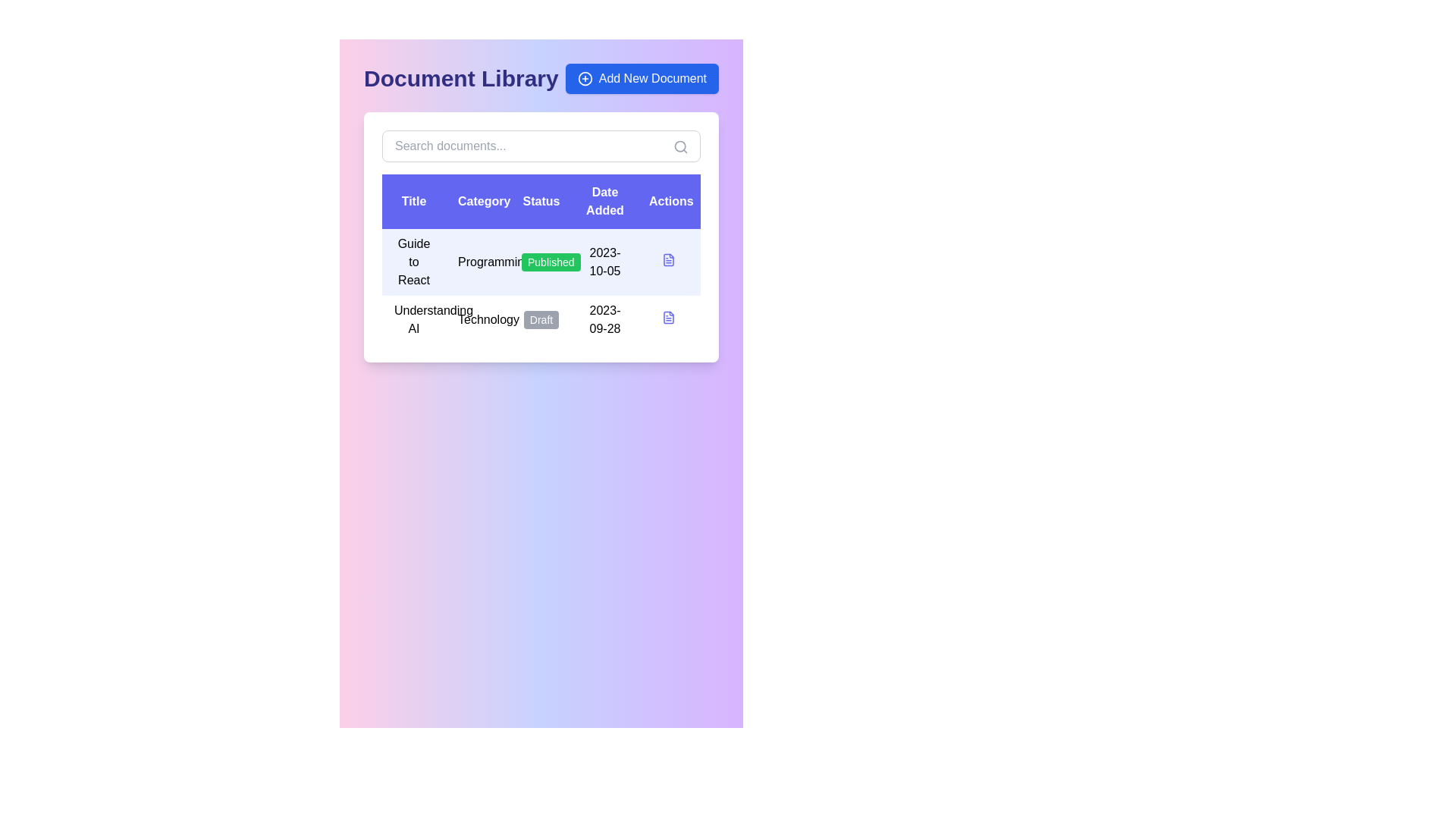  What do you see at coordinates (541, 262) in the screenshot?
I see `the green, rounded rectangle label containing the text 'Published' in the 'Status' column of the first row in the 'Document Library' interface, which corresponds to the document titled 'Guide to React'` at bounding box center [541, 262].